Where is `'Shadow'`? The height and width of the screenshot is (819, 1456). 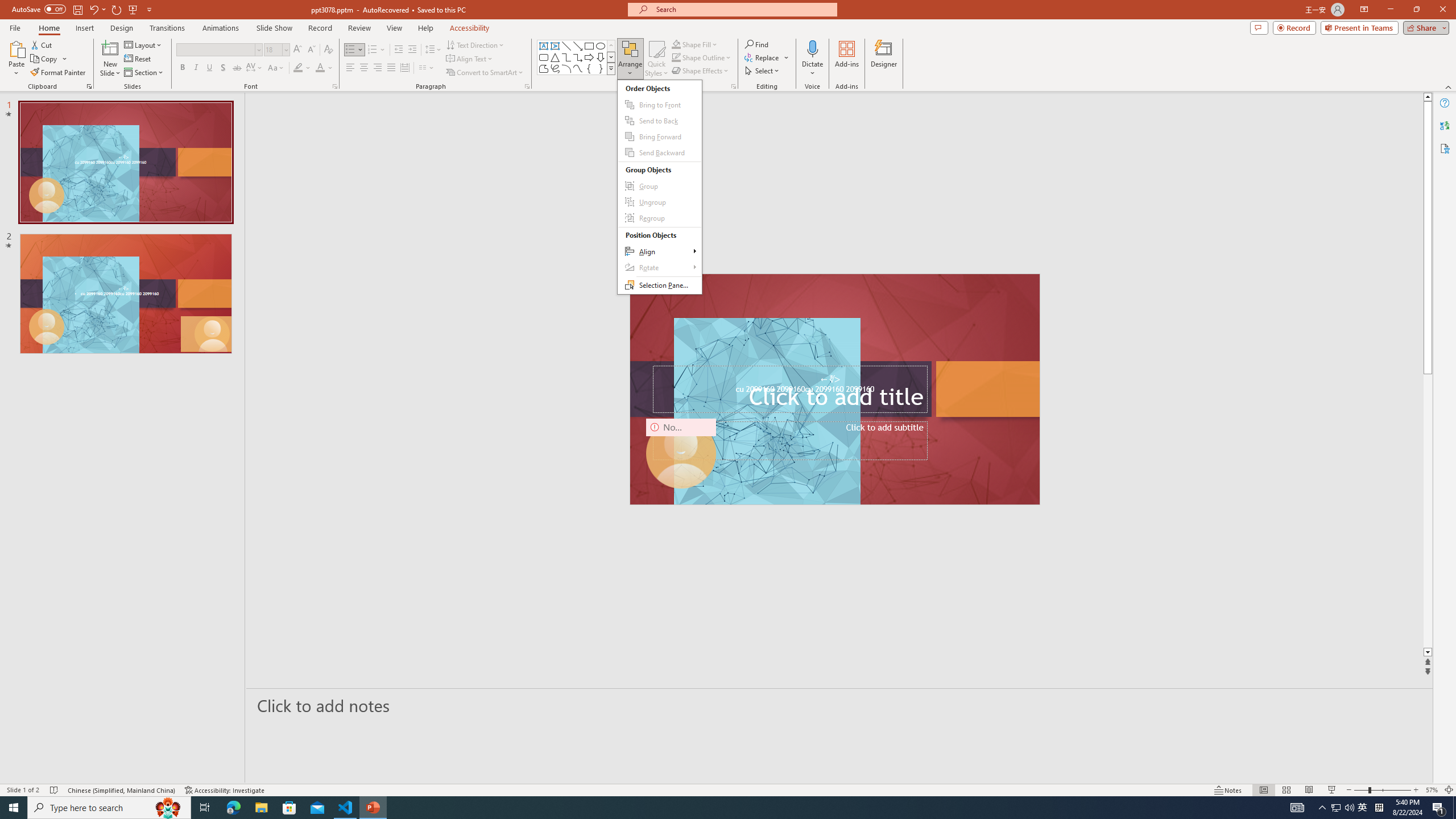 'Shadow' is located at coordinates (222, 67).